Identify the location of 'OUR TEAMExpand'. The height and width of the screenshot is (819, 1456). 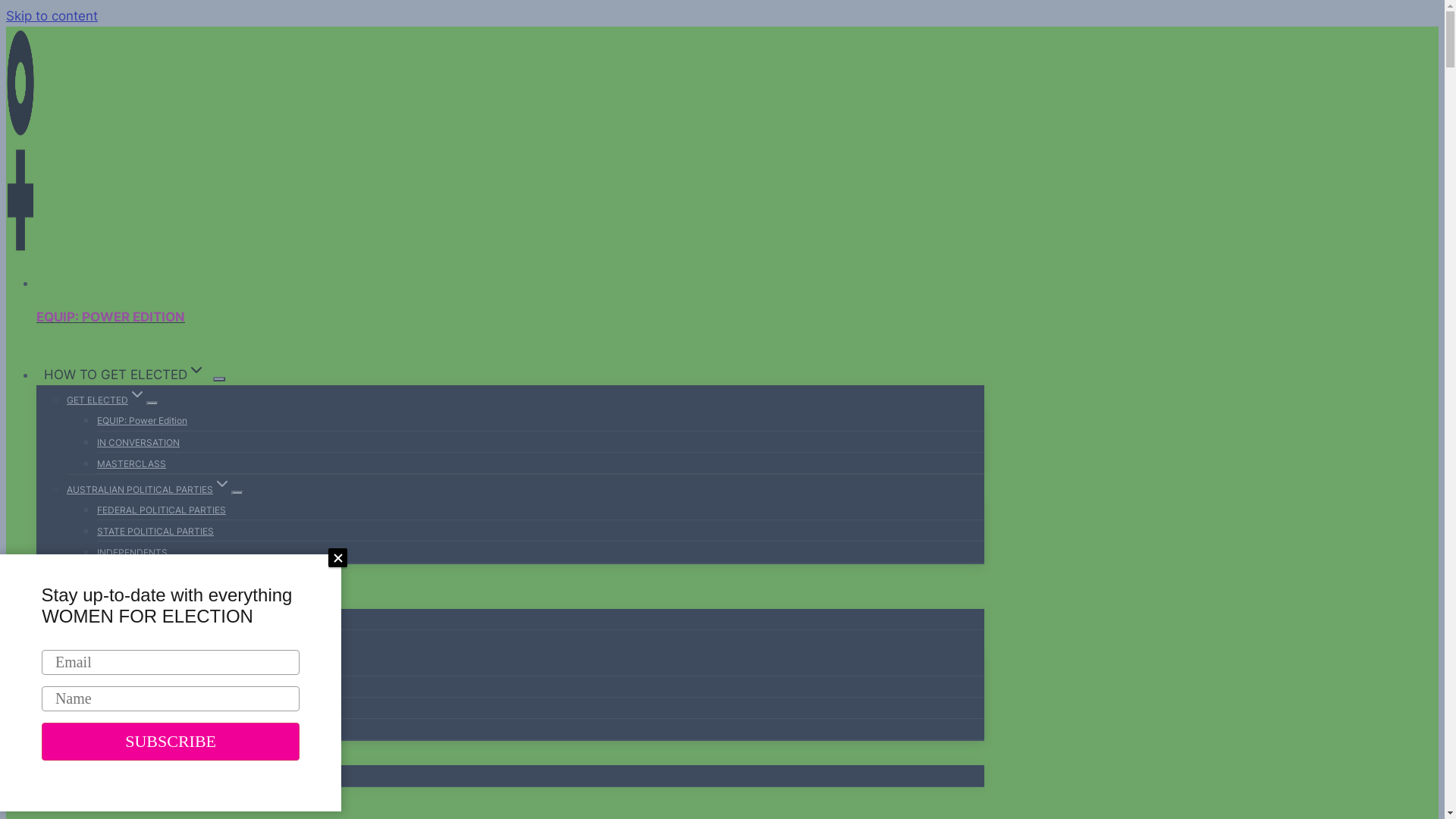
(99, 645).